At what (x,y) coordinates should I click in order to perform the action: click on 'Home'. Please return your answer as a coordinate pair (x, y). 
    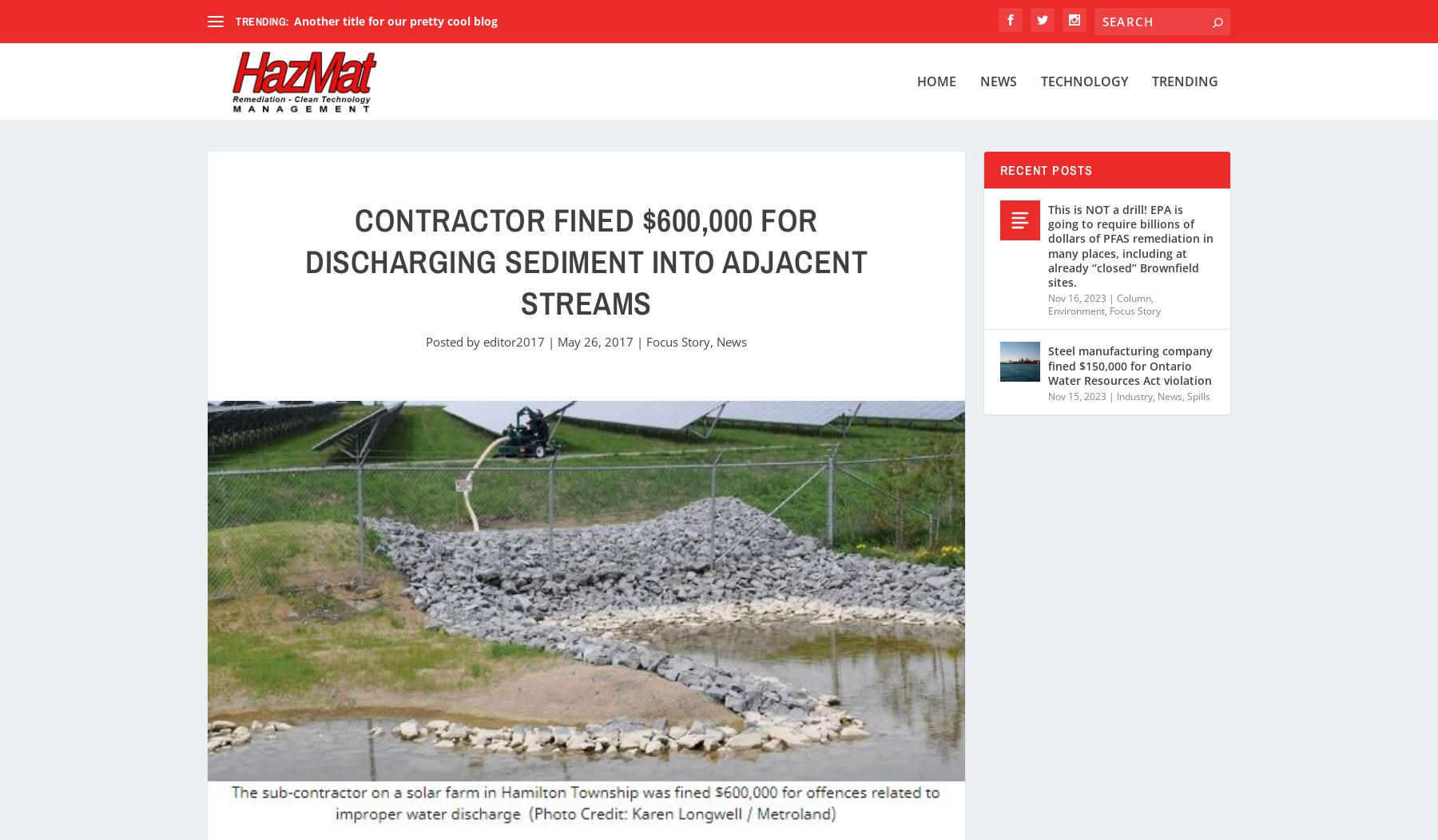
    Looking at the image, I should click on (935, 81).